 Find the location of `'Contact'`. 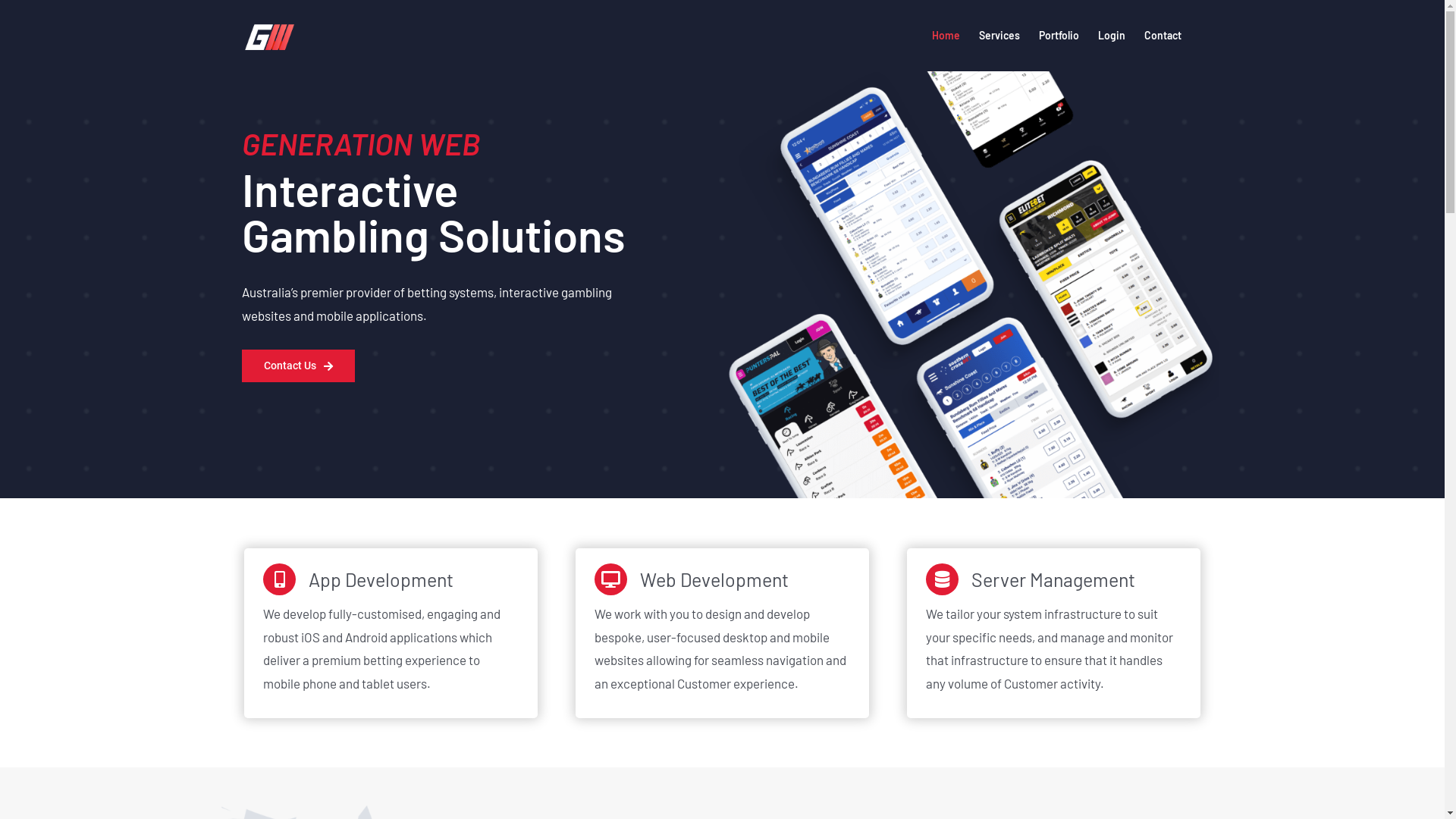

'Contact' is located at coordinates (1143, 34).